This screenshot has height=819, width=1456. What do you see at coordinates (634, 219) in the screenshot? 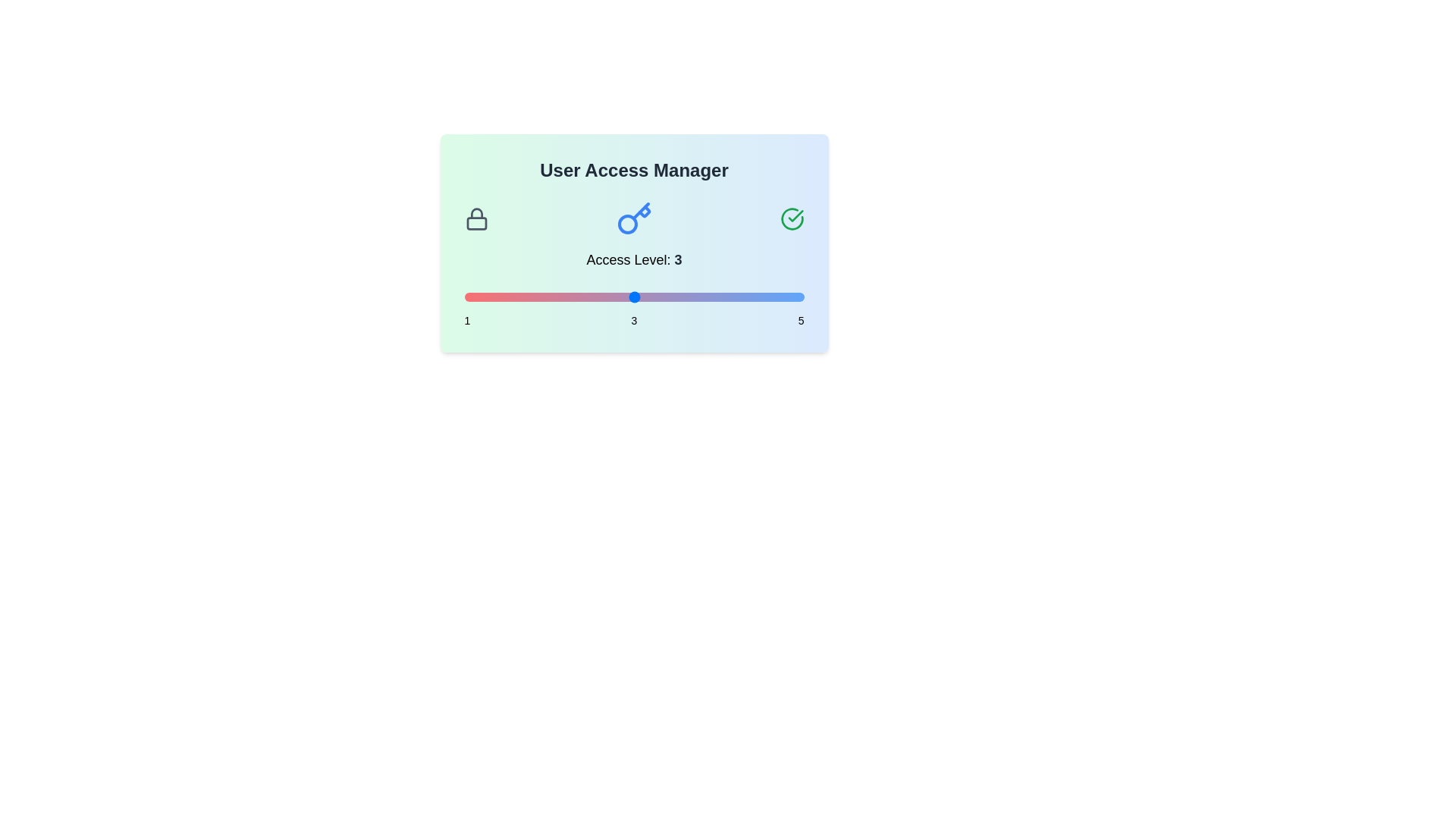
I see `the key icon in the User Access Manager component` at bounding box center [634, 219].